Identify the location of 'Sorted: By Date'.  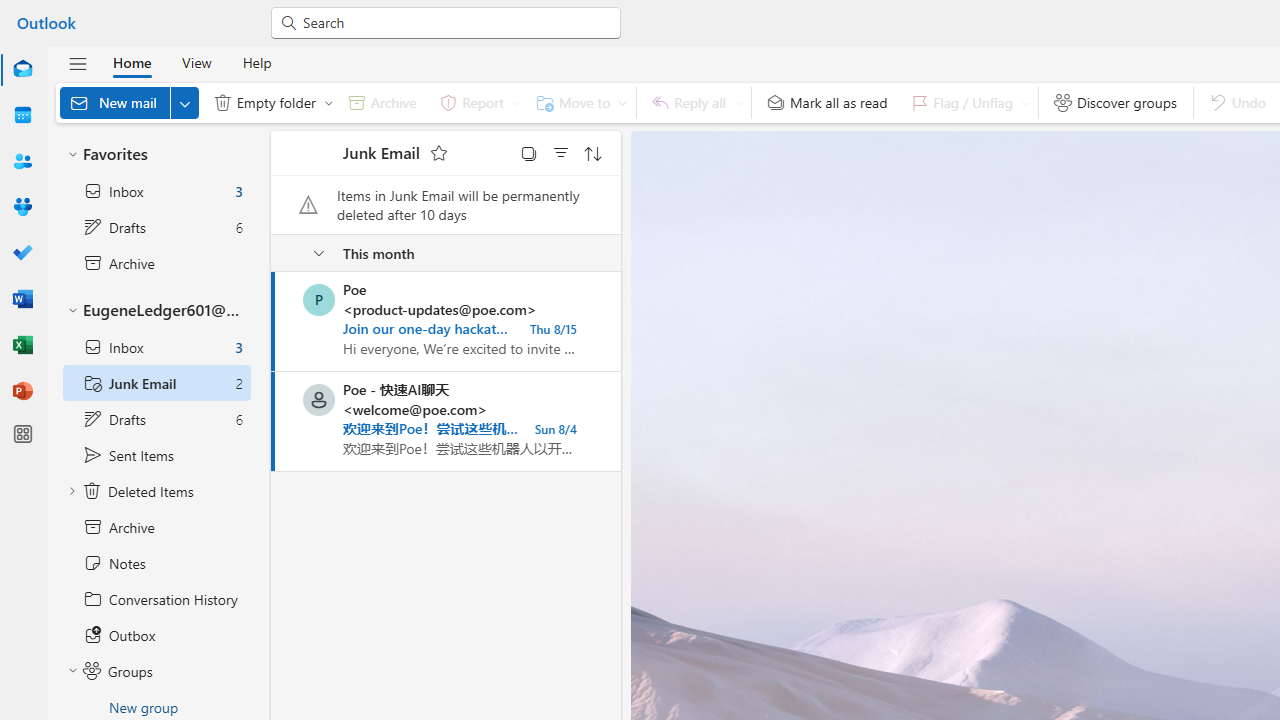
(592, 152).